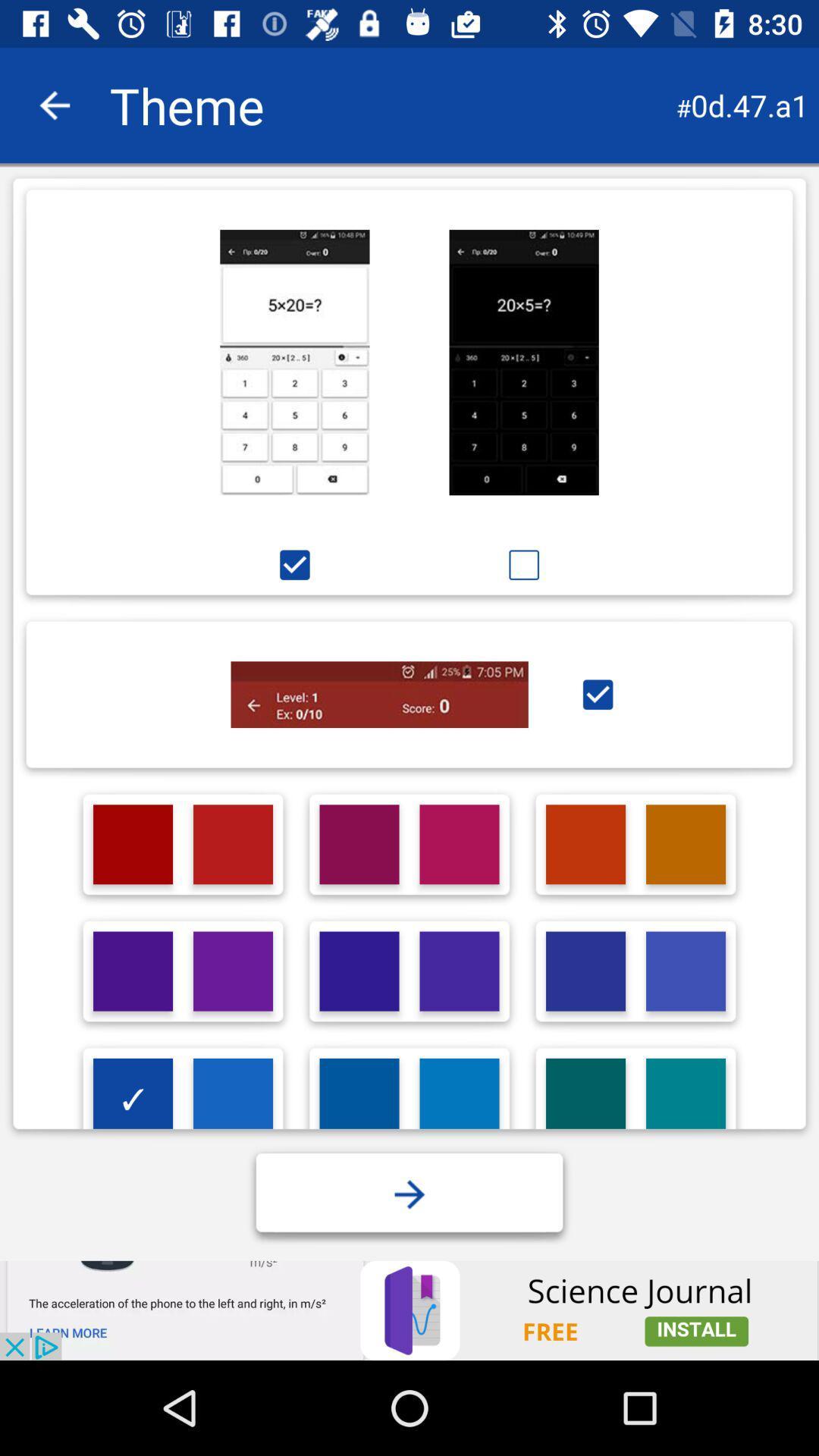 This screenshot has width=819, height=1456. I want to click on calculator, so click(294, 362).